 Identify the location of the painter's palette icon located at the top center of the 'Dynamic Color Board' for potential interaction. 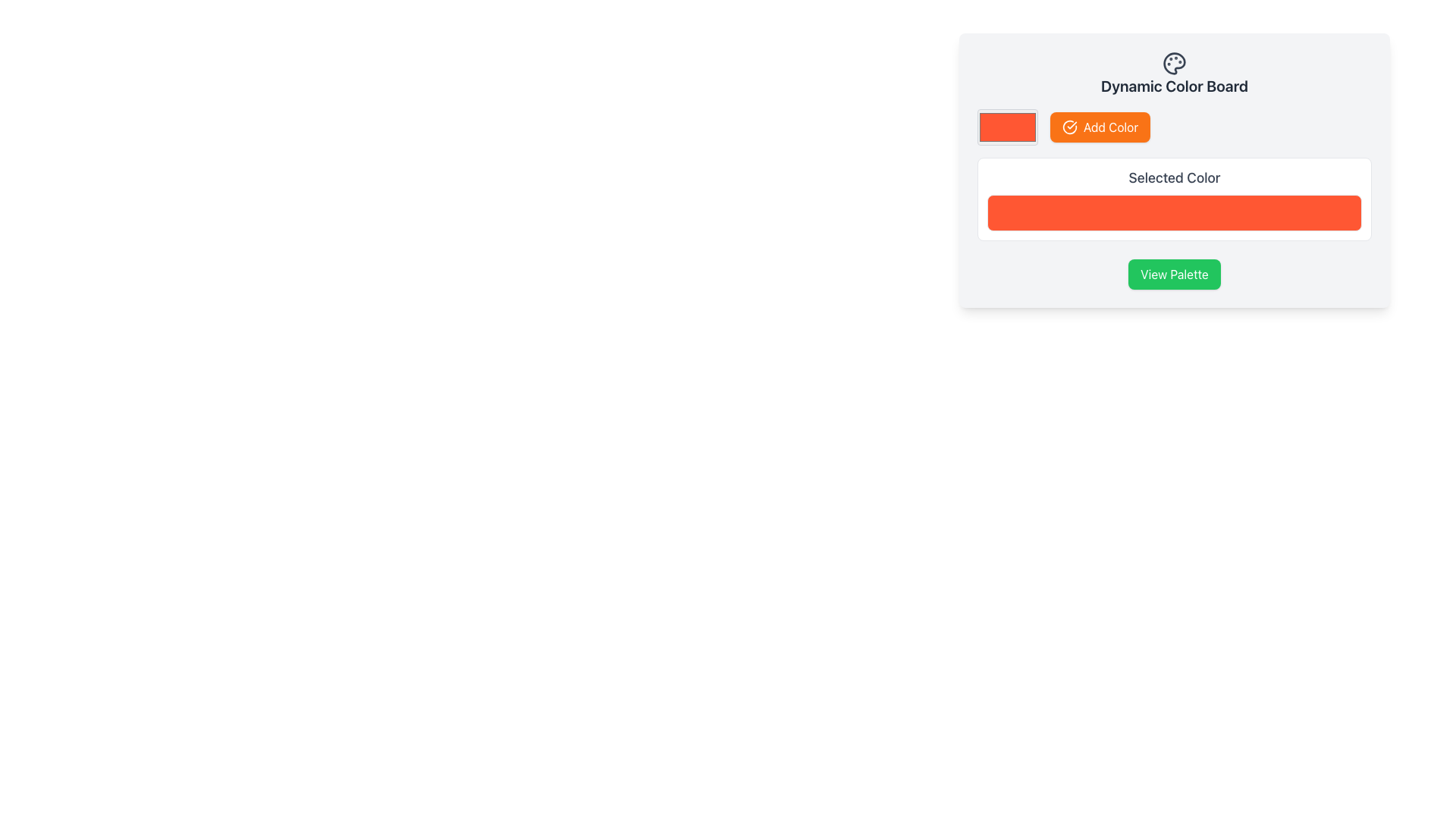
(1174, 63).